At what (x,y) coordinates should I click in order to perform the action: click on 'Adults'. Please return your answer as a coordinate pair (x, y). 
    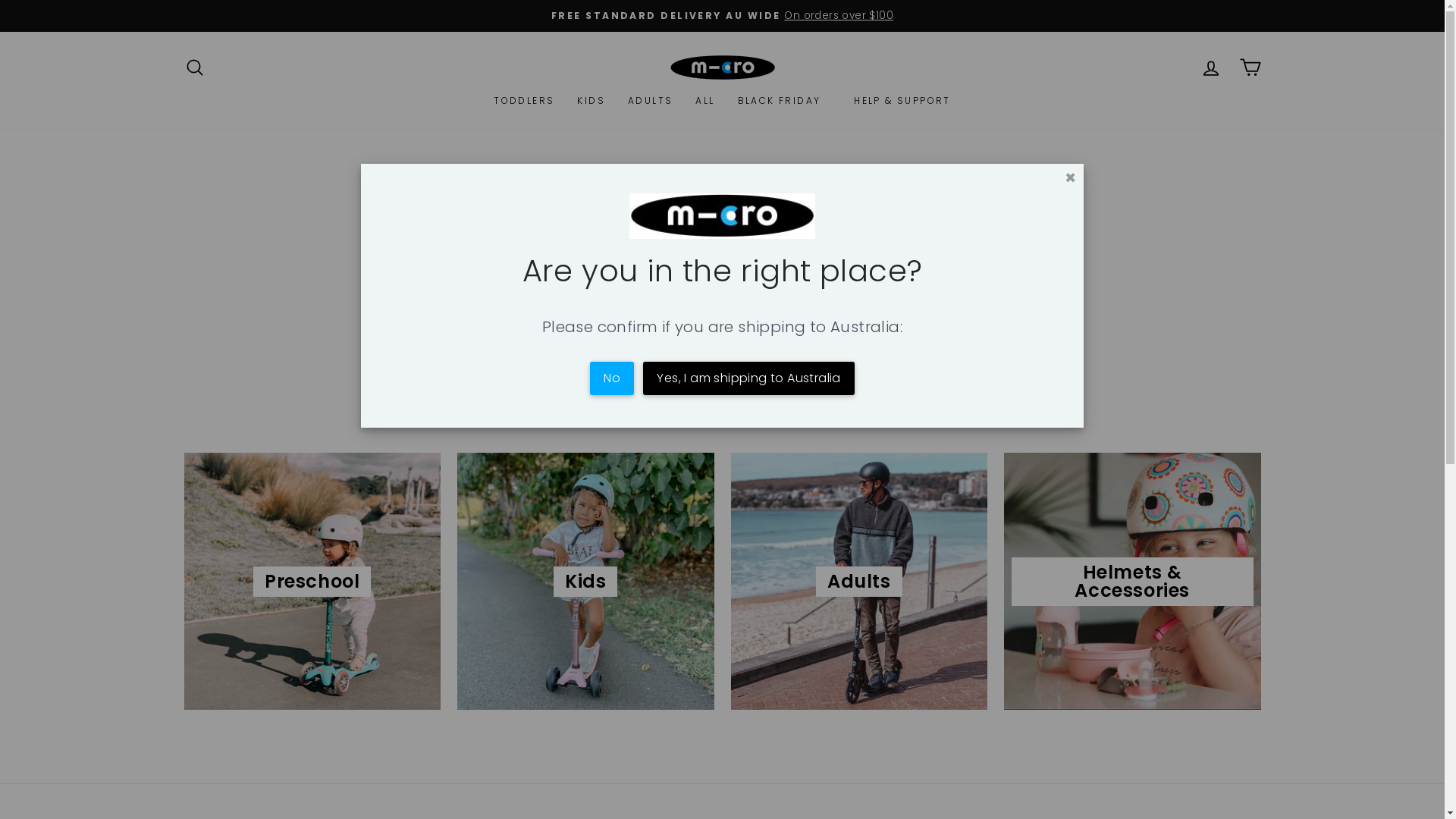
    Looking at the image, I should click on (859, 580).